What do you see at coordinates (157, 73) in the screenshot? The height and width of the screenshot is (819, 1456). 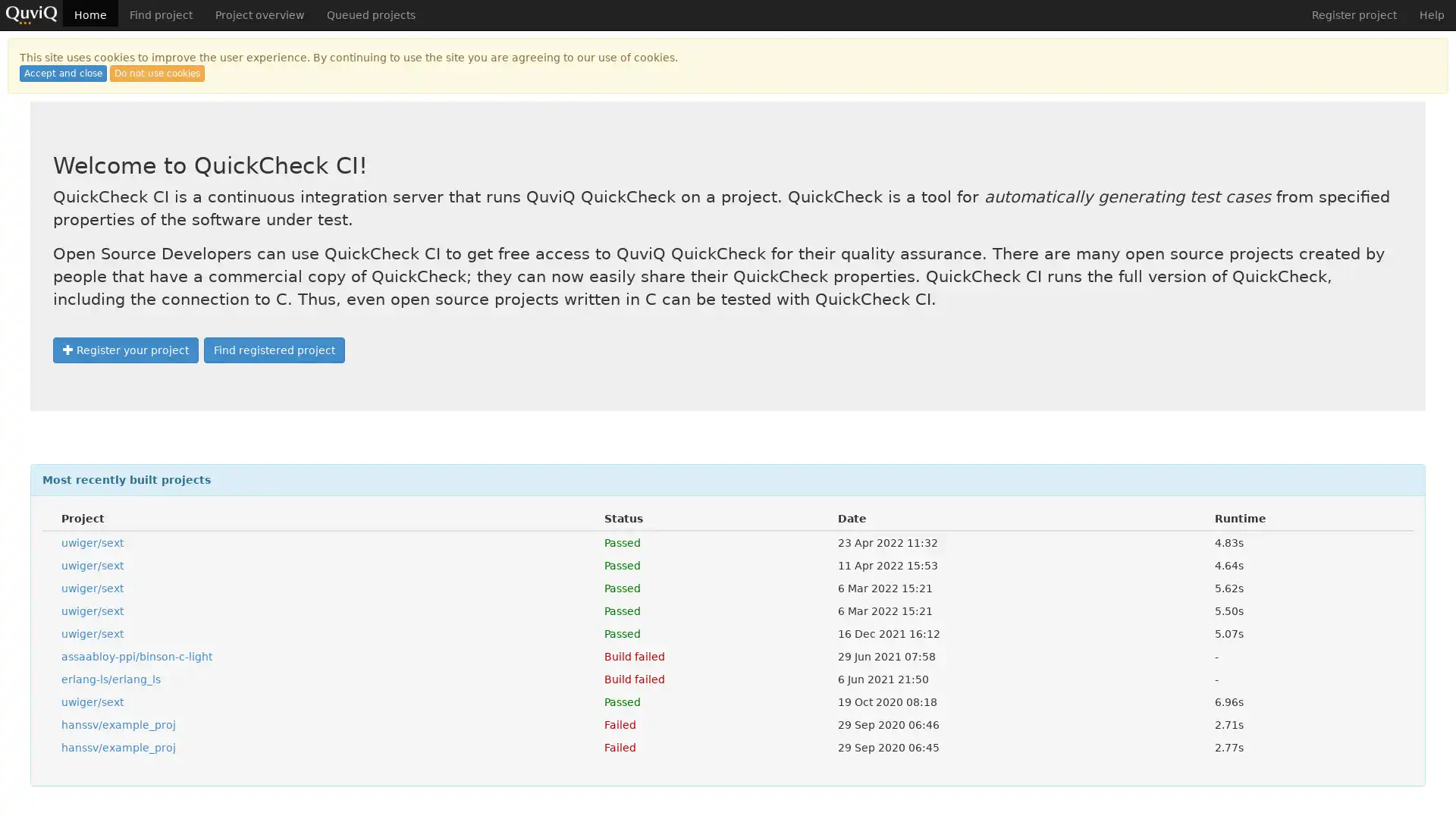 I see `Do not use cookies` at bounding box center [157, 73].